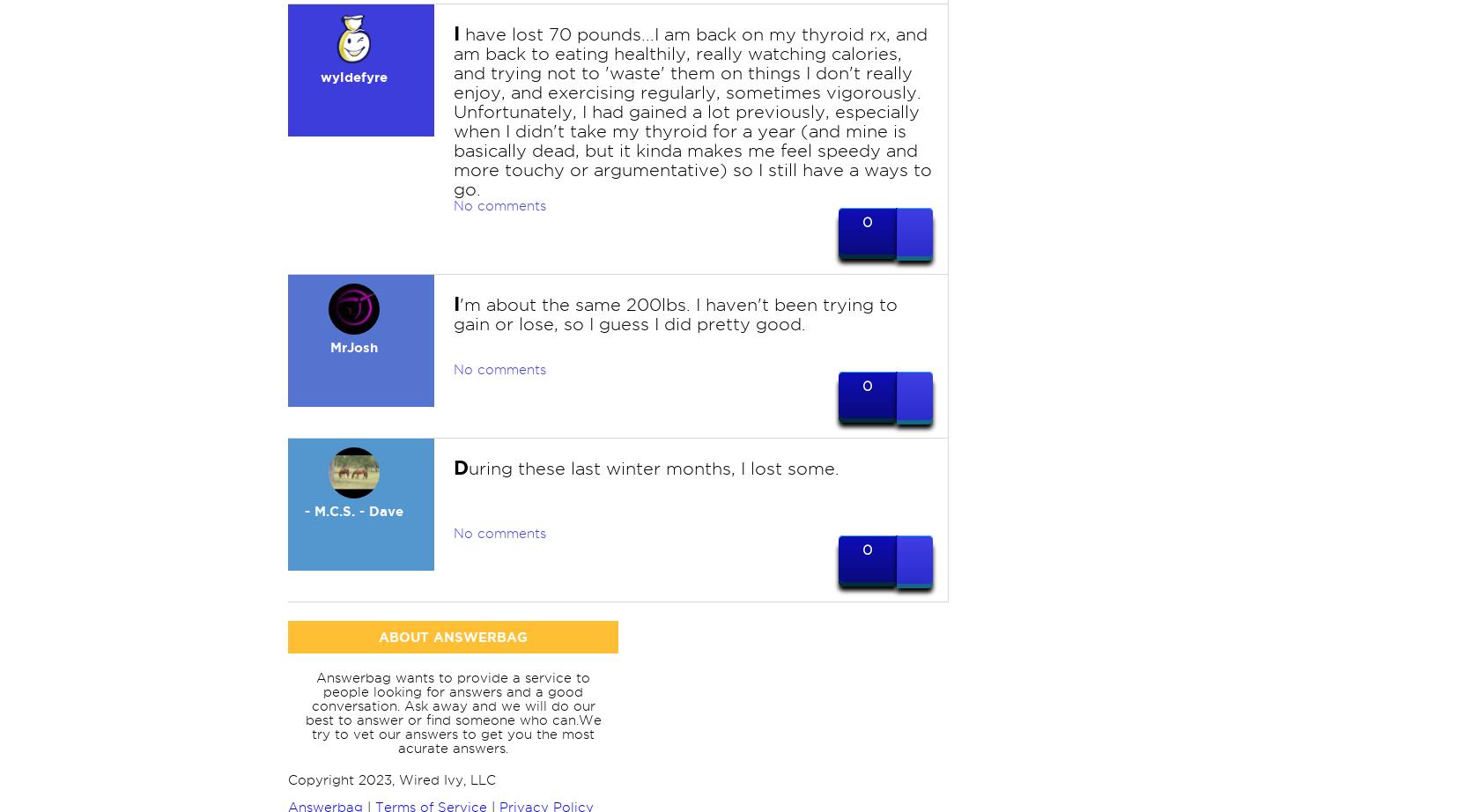 The height and width of the screenshot is (812, 1457). What do you see at coordinates (653, 468) in the screenshot?
I see `'uring these last winter months, I lost some.'` at bounding box center [653, 468].